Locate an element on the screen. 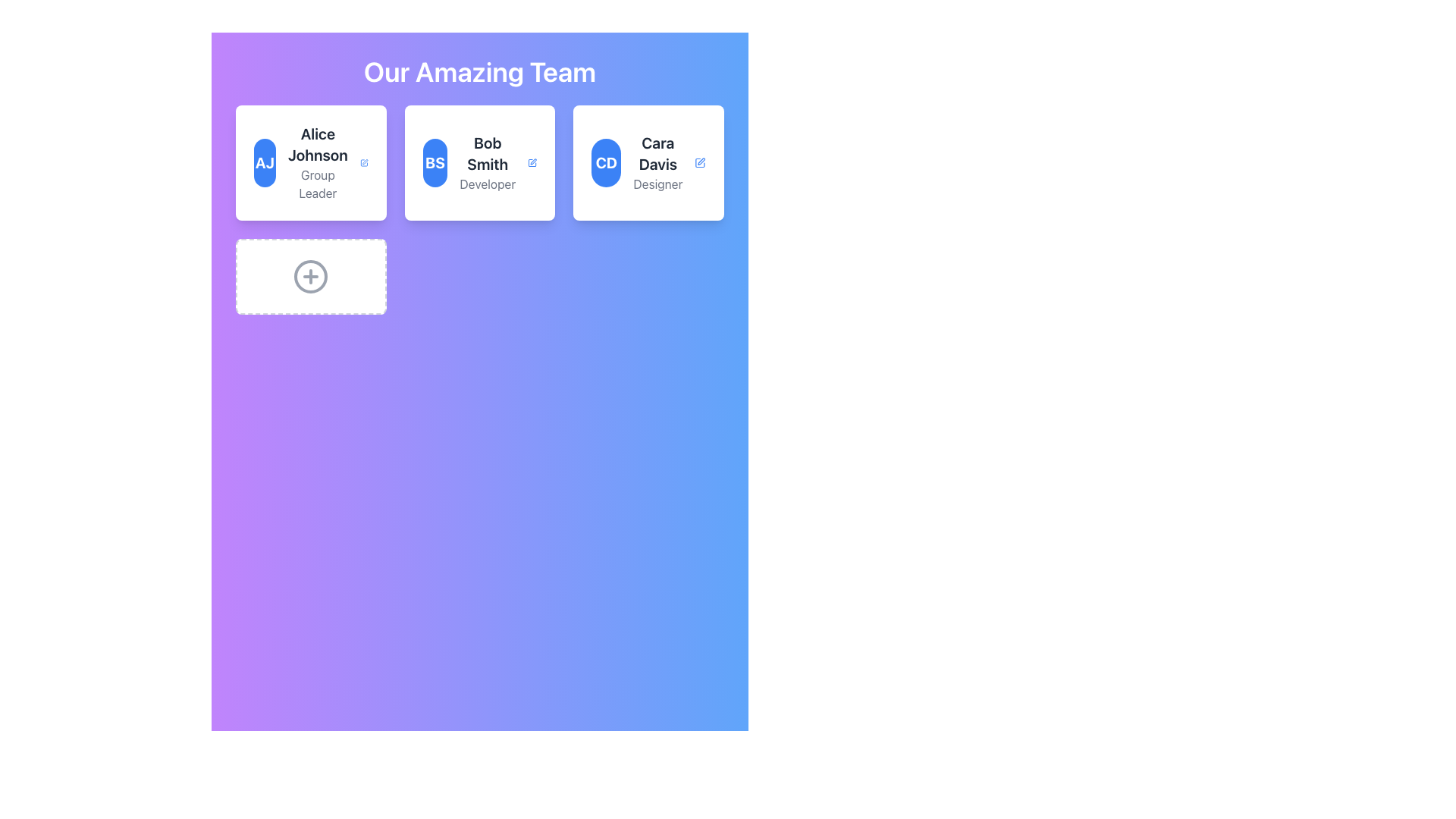 The width and height of the screenshot is (1456, 819). the label that indicates the role or title associated with 'Bob Smith', located directly below his name within the same card representation is located at coordinates (488, 184).